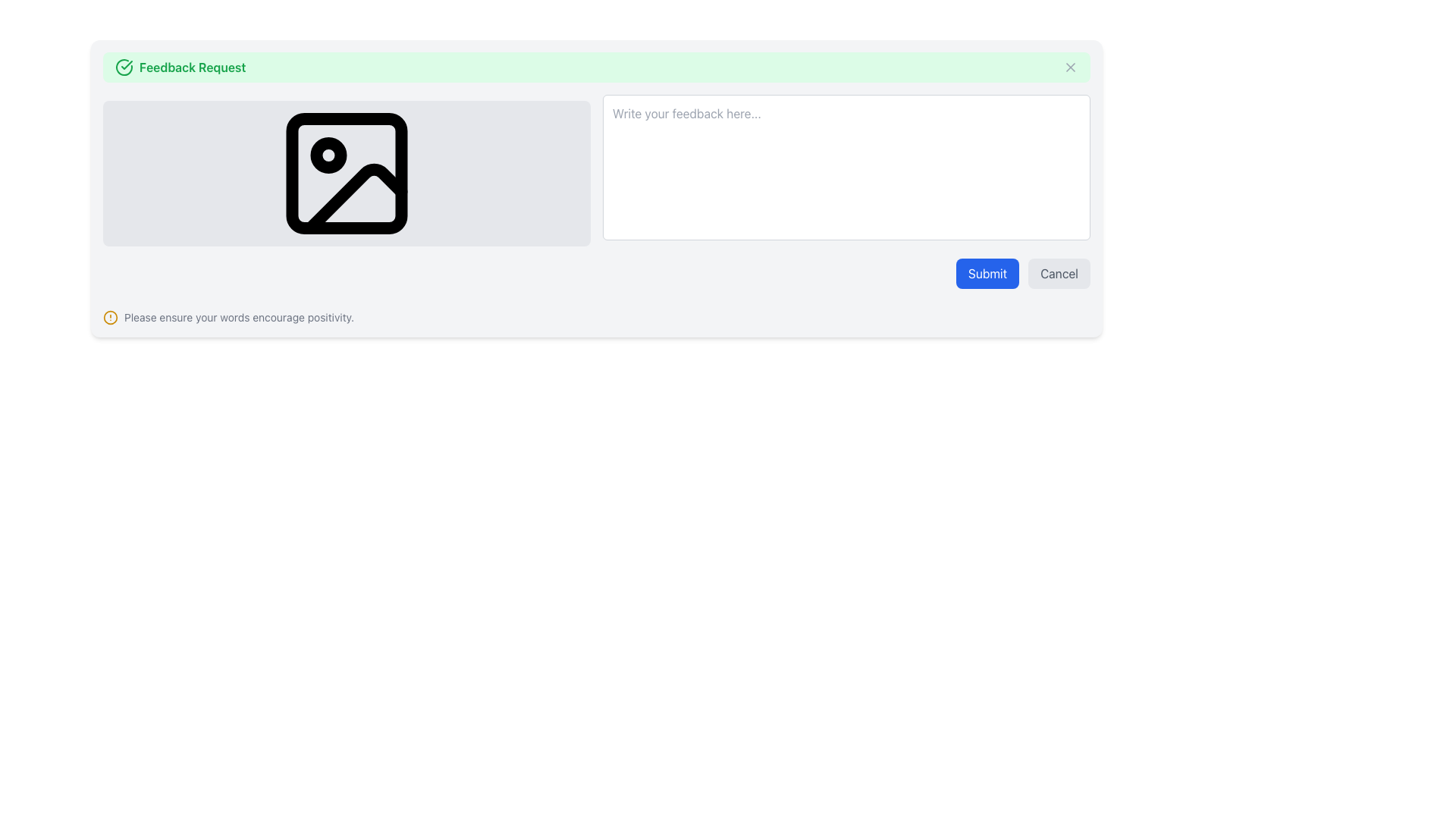  What do you see at coordinates (109, 317) in the screenshot?
I see `the warning alert icon represented by a small circle with a radius of 10 units, located at the bottom-left of the feedback interface` at bounding box center [109, 317].